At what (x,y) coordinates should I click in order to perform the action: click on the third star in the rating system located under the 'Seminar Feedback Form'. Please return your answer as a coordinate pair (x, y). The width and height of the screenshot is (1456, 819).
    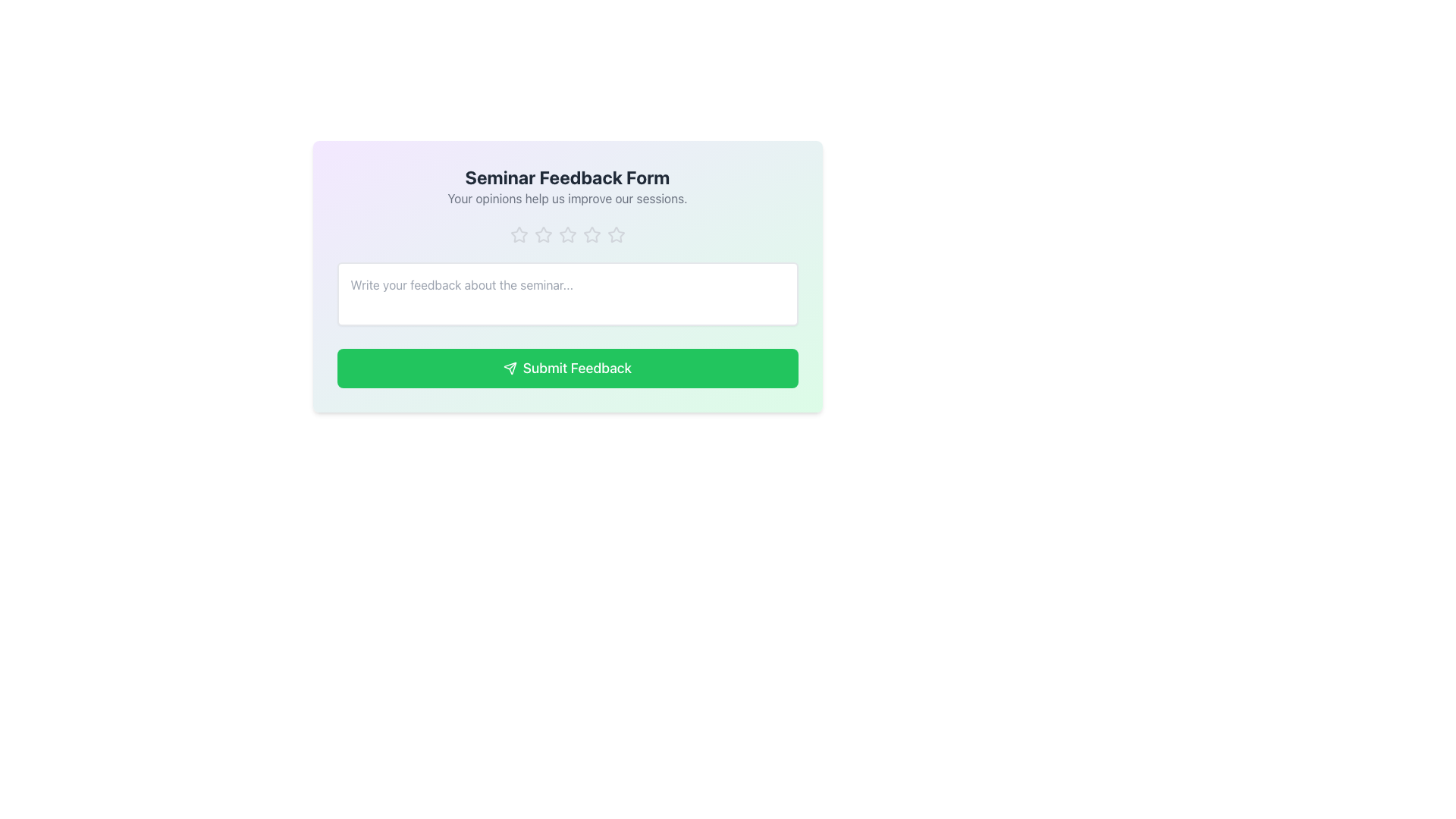
    Looking at the image, I should click on (566, 234).